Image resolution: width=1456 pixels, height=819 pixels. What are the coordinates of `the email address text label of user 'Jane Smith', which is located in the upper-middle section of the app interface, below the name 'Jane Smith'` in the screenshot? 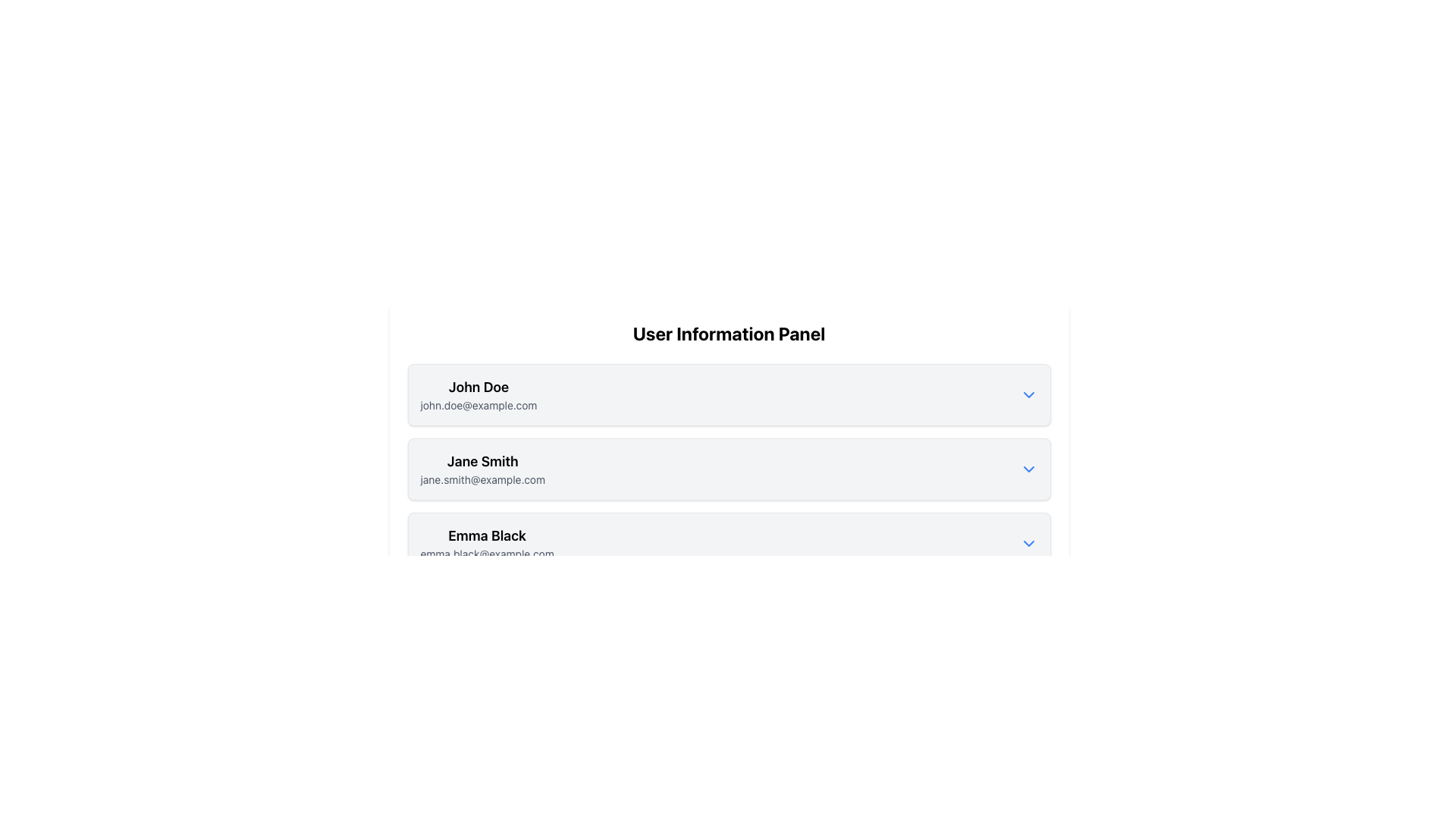 It's located at (482, 479).